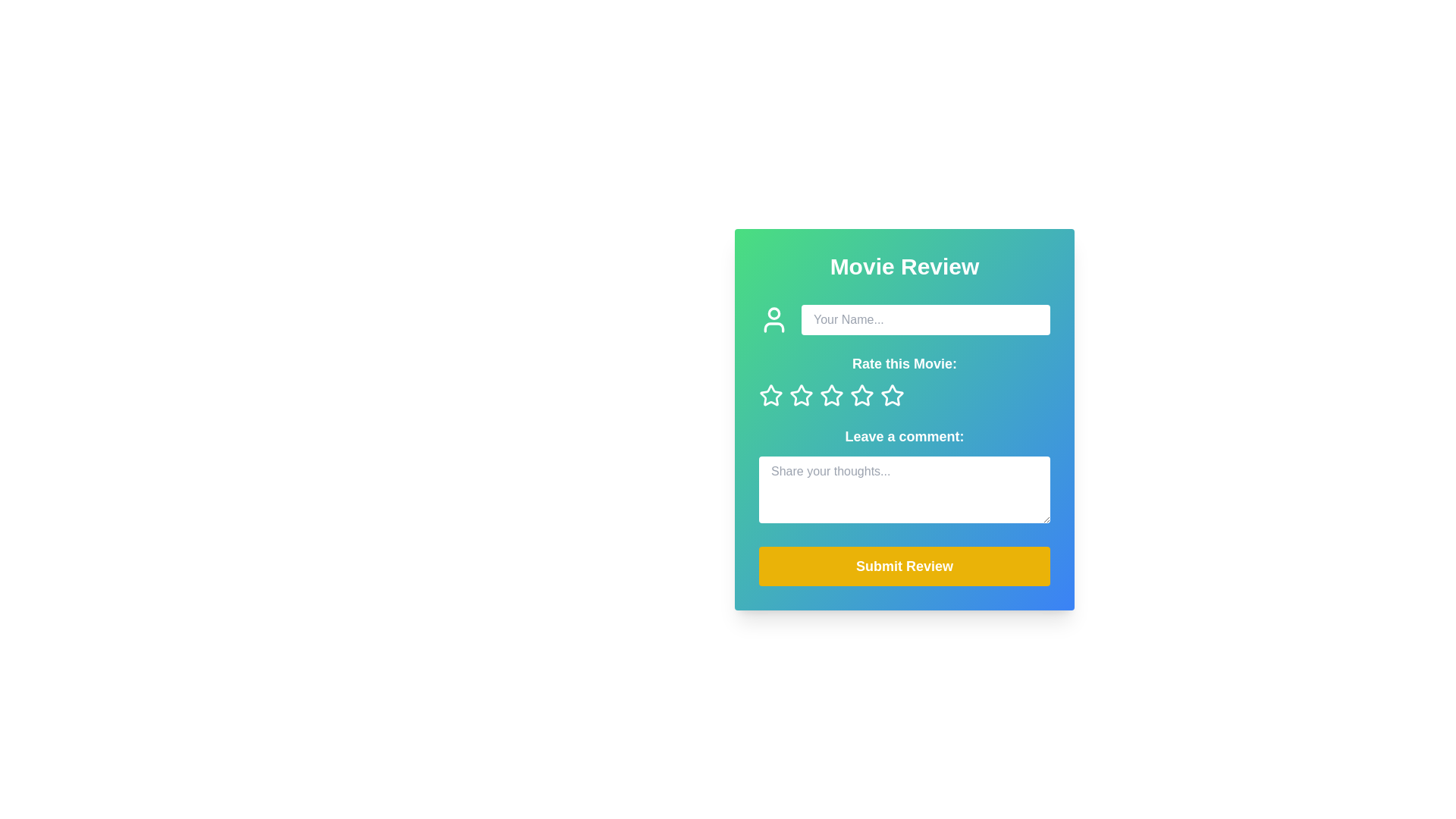 This screenshot has height=819, width=1456. I want to click on the 'Submit Review' button, which is a wide button with a vibrant yellow background and rounded corners, positioned below the text area for user comments in the review card interface, so click(905, 566).